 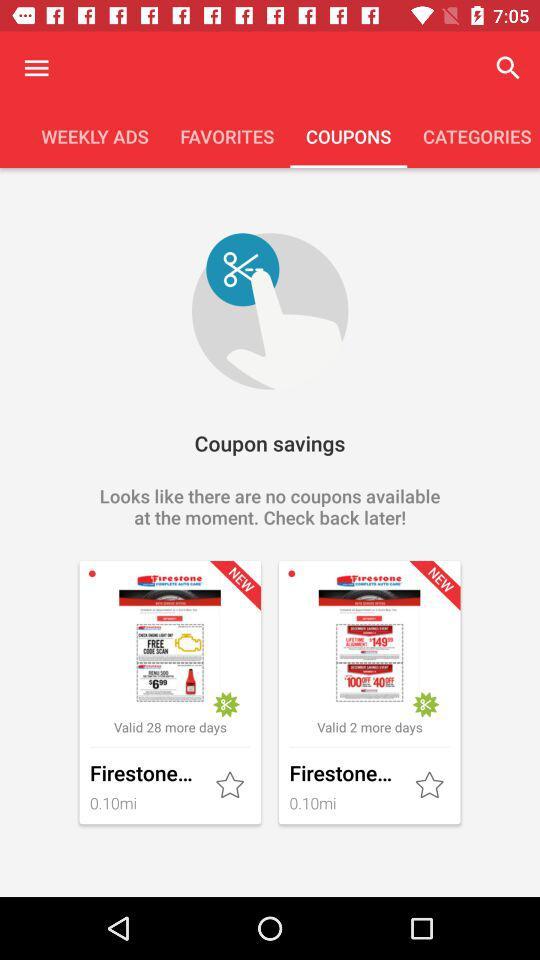 What do you see at coordinates (231, 786) in the screenshot?
I see `item` at bounding box center [231, 786].